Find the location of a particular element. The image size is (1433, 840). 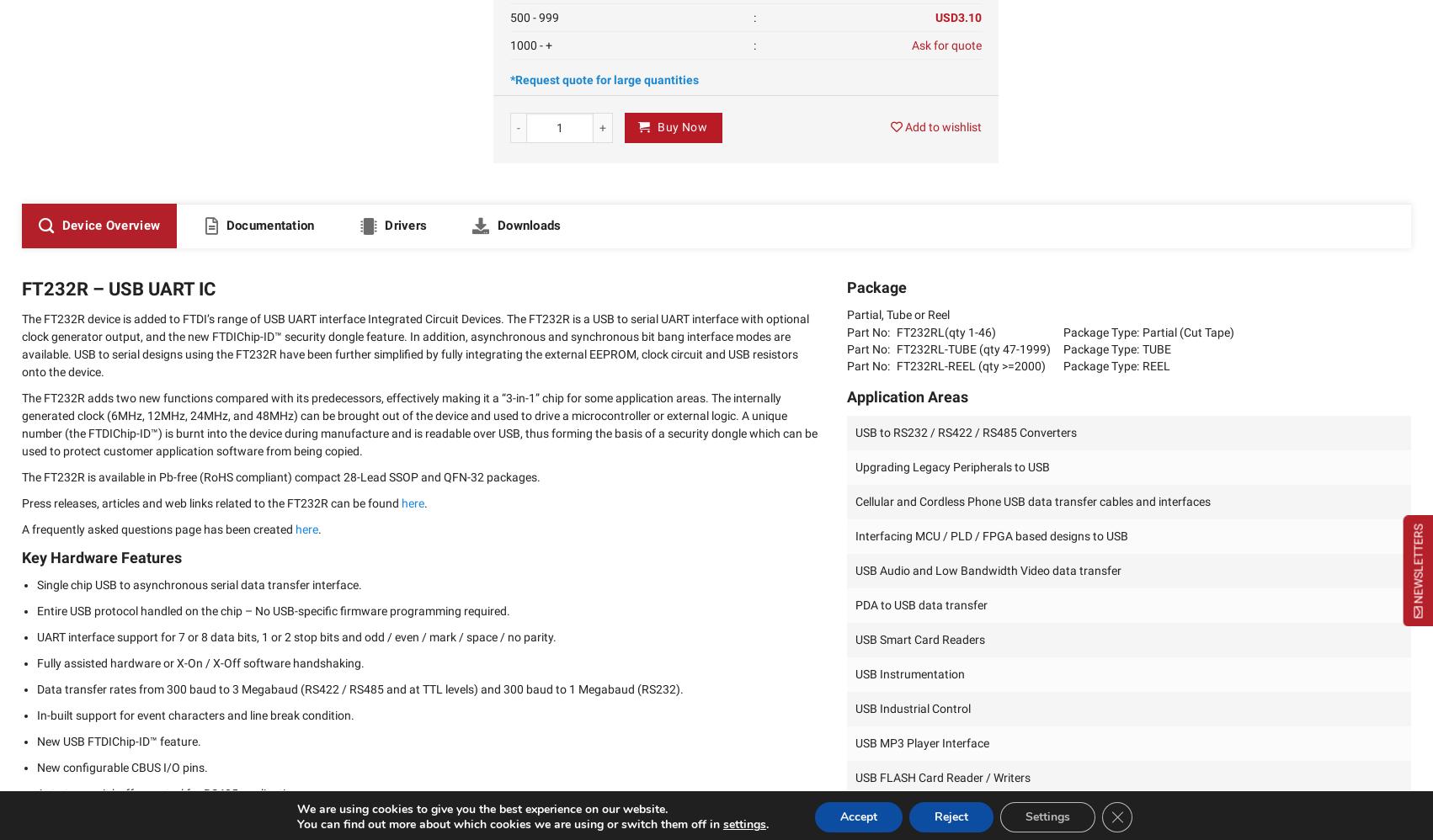

'New configurable CBUS I/O pins.' is located at coordinates (121, 767).